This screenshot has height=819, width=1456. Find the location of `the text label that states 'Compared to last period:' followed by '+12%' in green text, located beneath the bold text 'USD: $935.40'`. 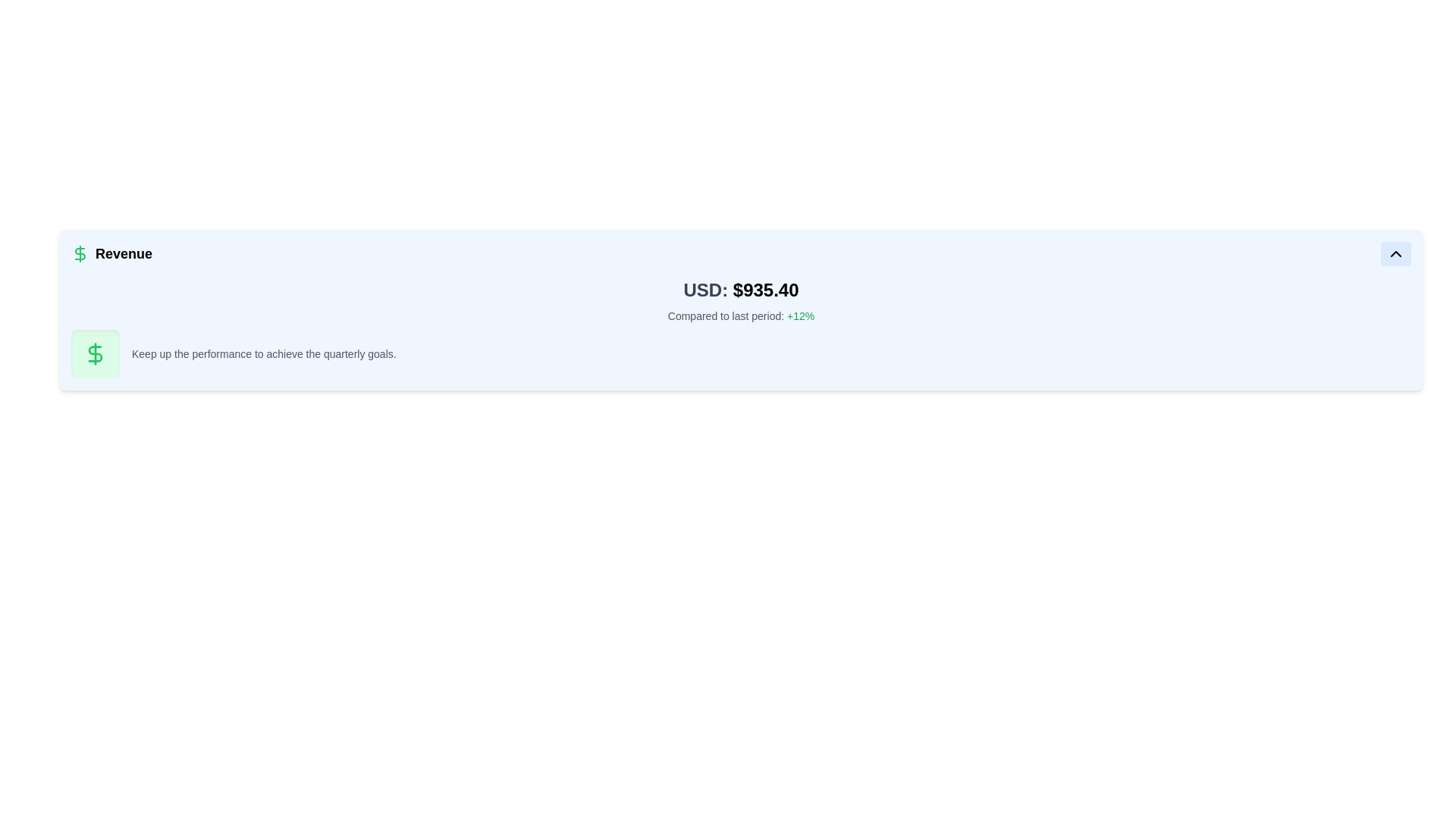

the text label that states 'Compared to last period:' followed by '+12%' in green text, located beneath the bold text 'USD: $935.40' is located at coordinates (741, 315).